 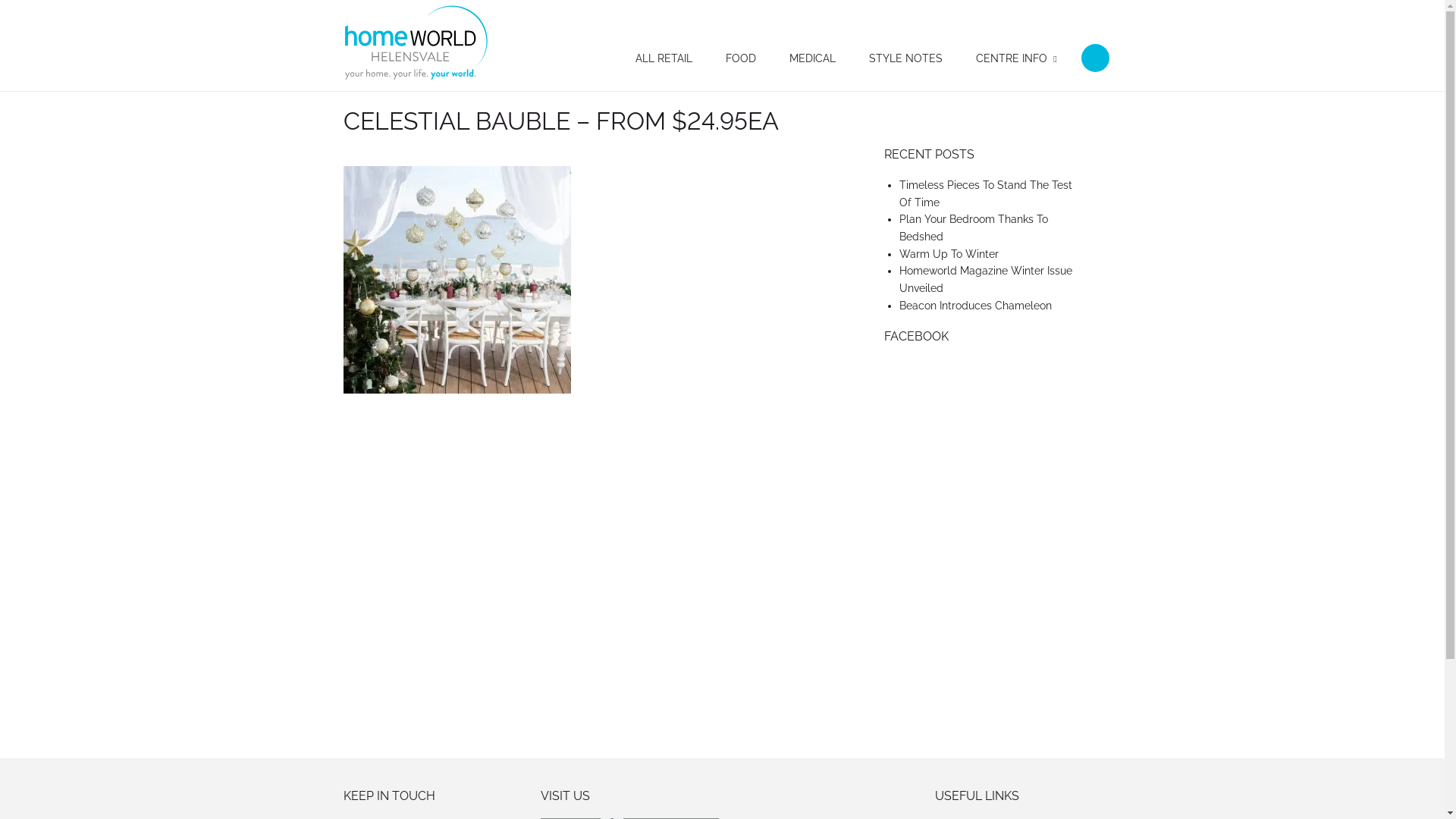 What do you see at coordinates (664, 58) in the screenshot?
I see `'ALL RETAIL'` at bounding box center [664, 58].